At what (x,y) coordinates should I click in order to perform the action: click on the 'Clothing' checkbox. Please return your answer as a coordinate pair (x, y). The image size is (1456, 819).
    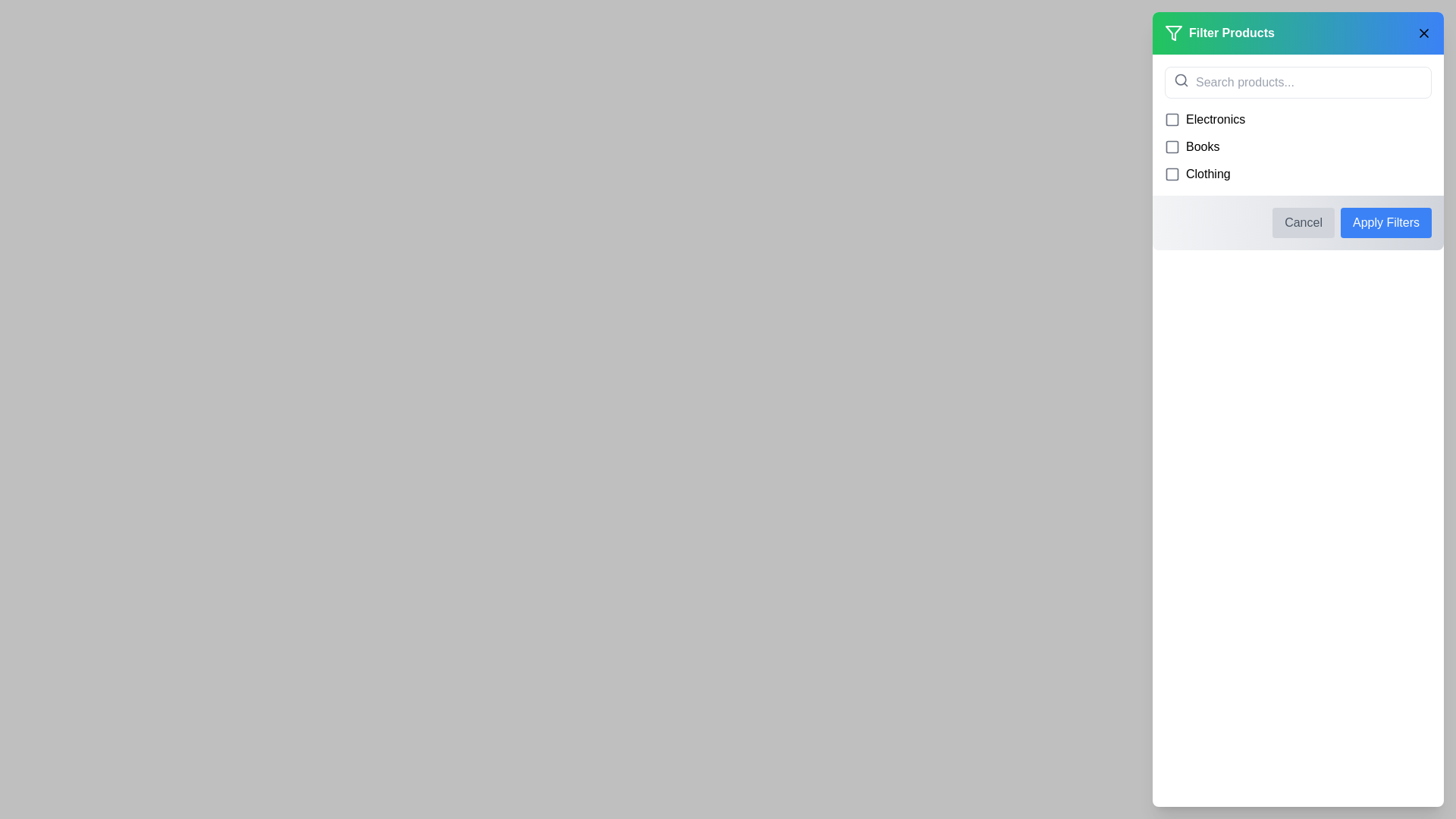
    Looking at the image, I should click on (1298, 174).